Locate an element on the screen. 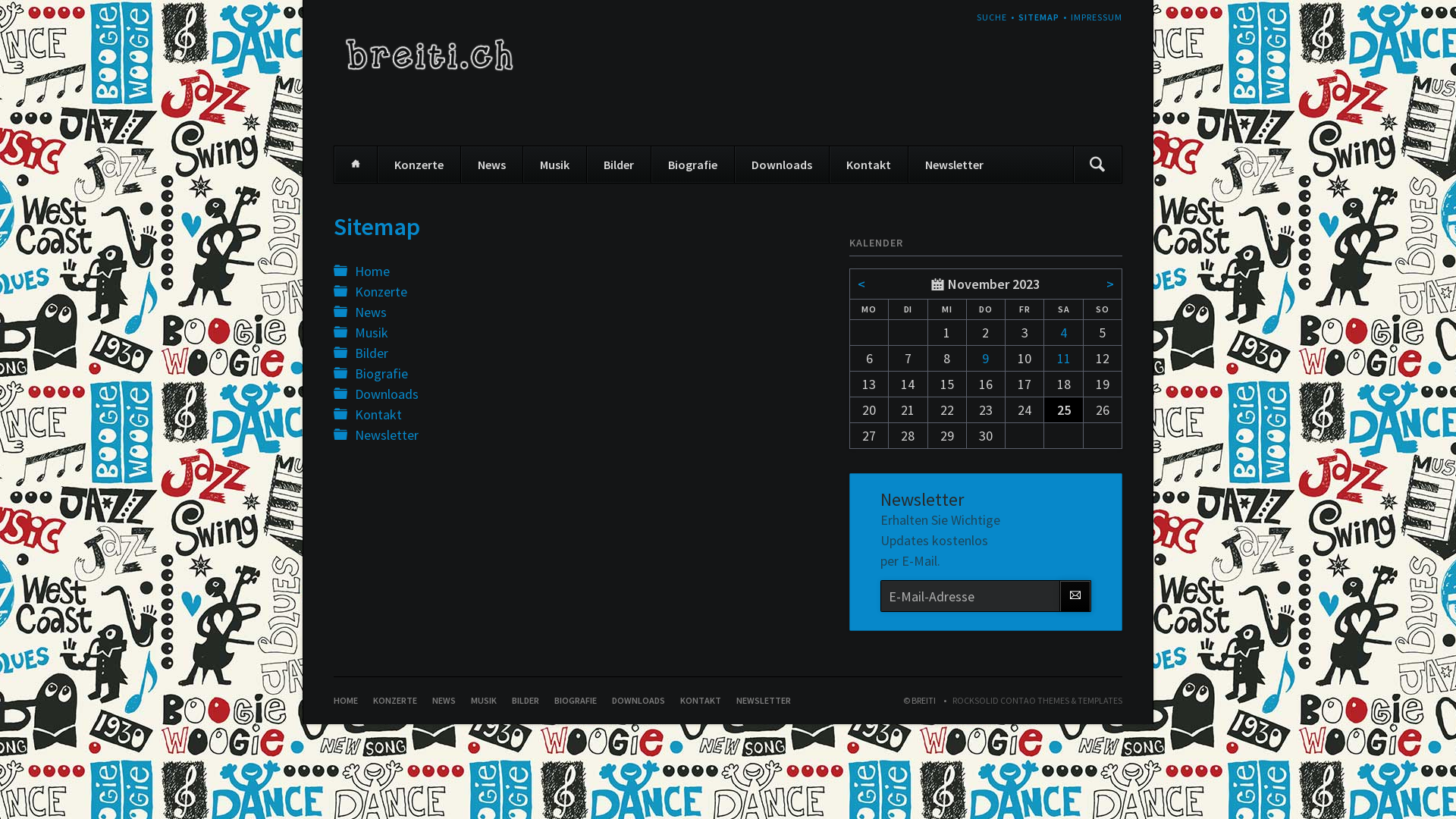 This screenshot has width=1456, height=819. 'NEWSLETTER' is located at coordinates (764, 700).